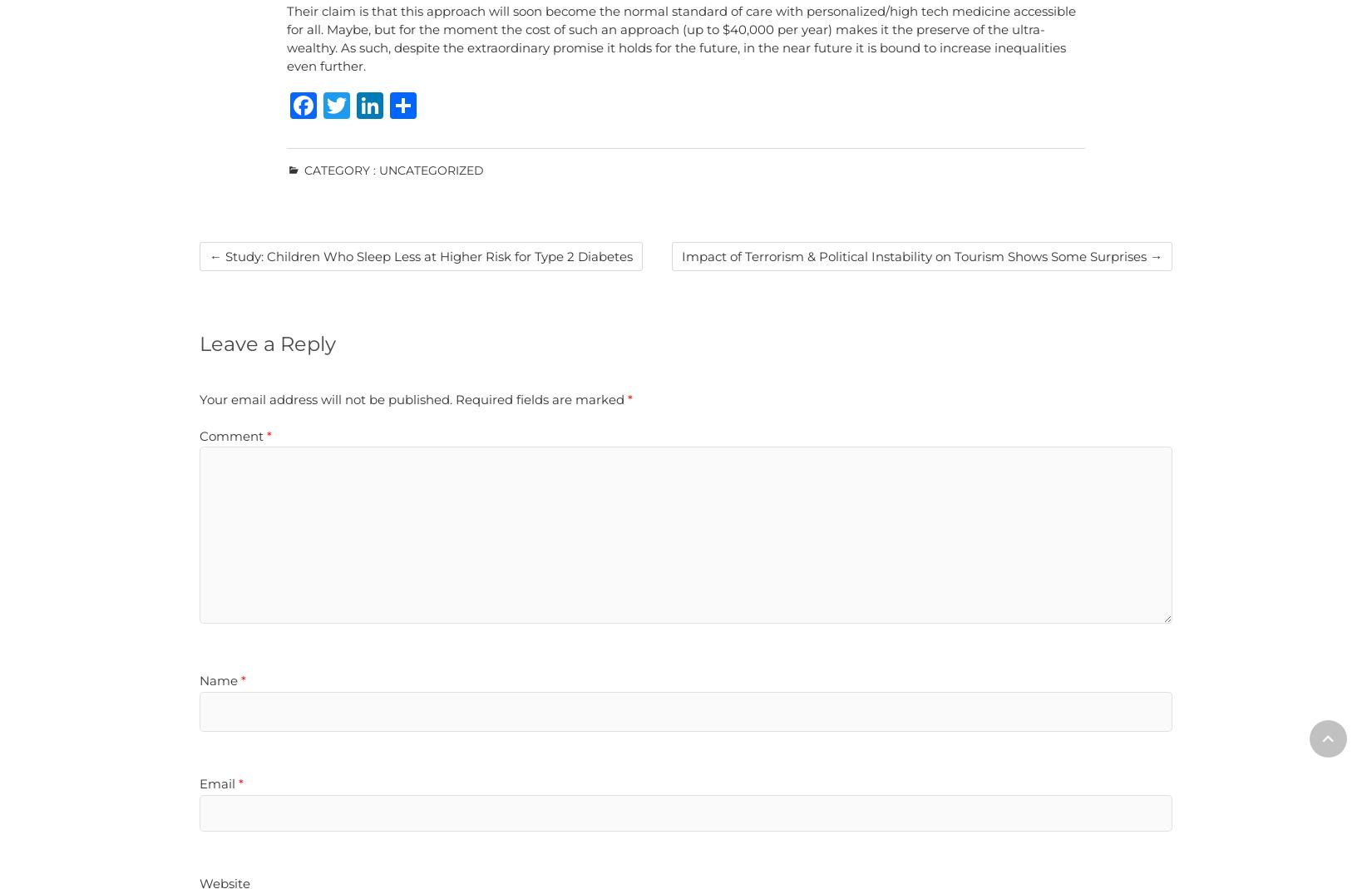 The height and width of the screenshot is (889, 1372). Describe the element at coordinates (430, 170) in the screenshot. I see `'Uncategorized'` at that location.